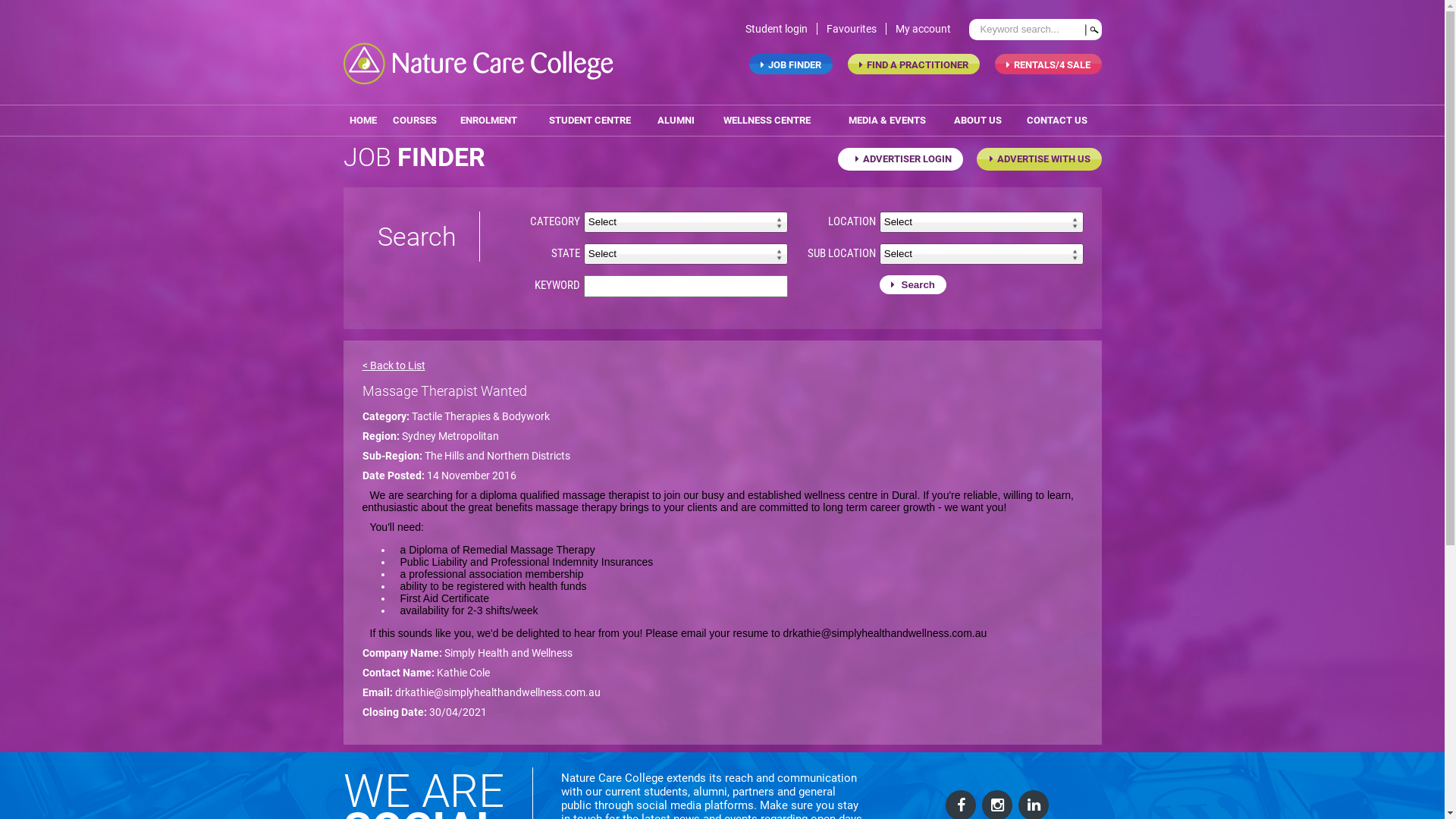  What do you see at coordinates (1047, 63) in the screenshot?
I see `'RENTALS/4 SALE'` at bounding box center [1047, 63].